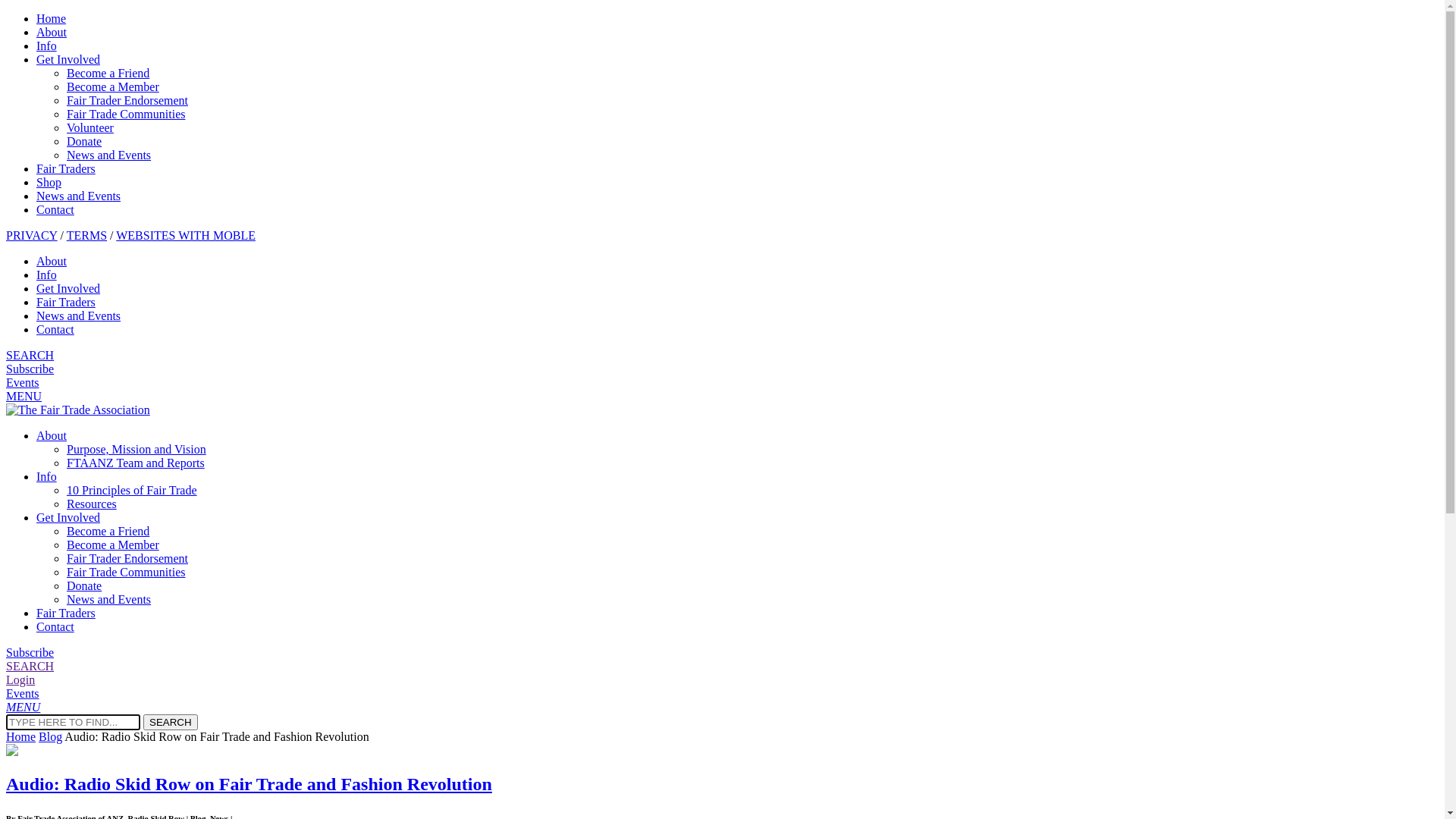 Image resolution: width=1456 pixels, height=819 pixels. I want to click on 'Subscribe', so click(30, 369).